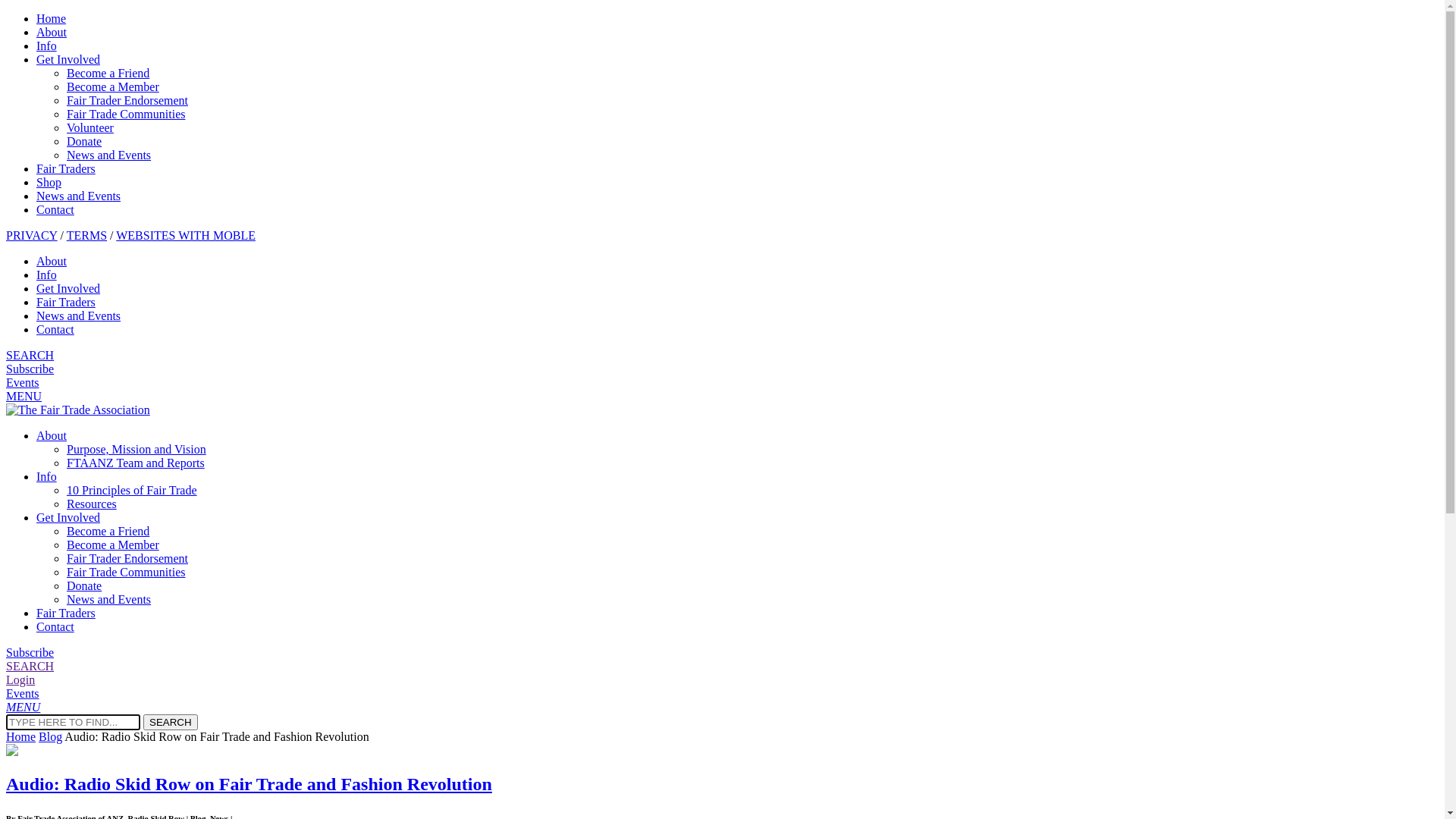 Image resolution: width=1456 pixels, height=819 pixels. I want to click on 'Subscribe', so click(30, 369).